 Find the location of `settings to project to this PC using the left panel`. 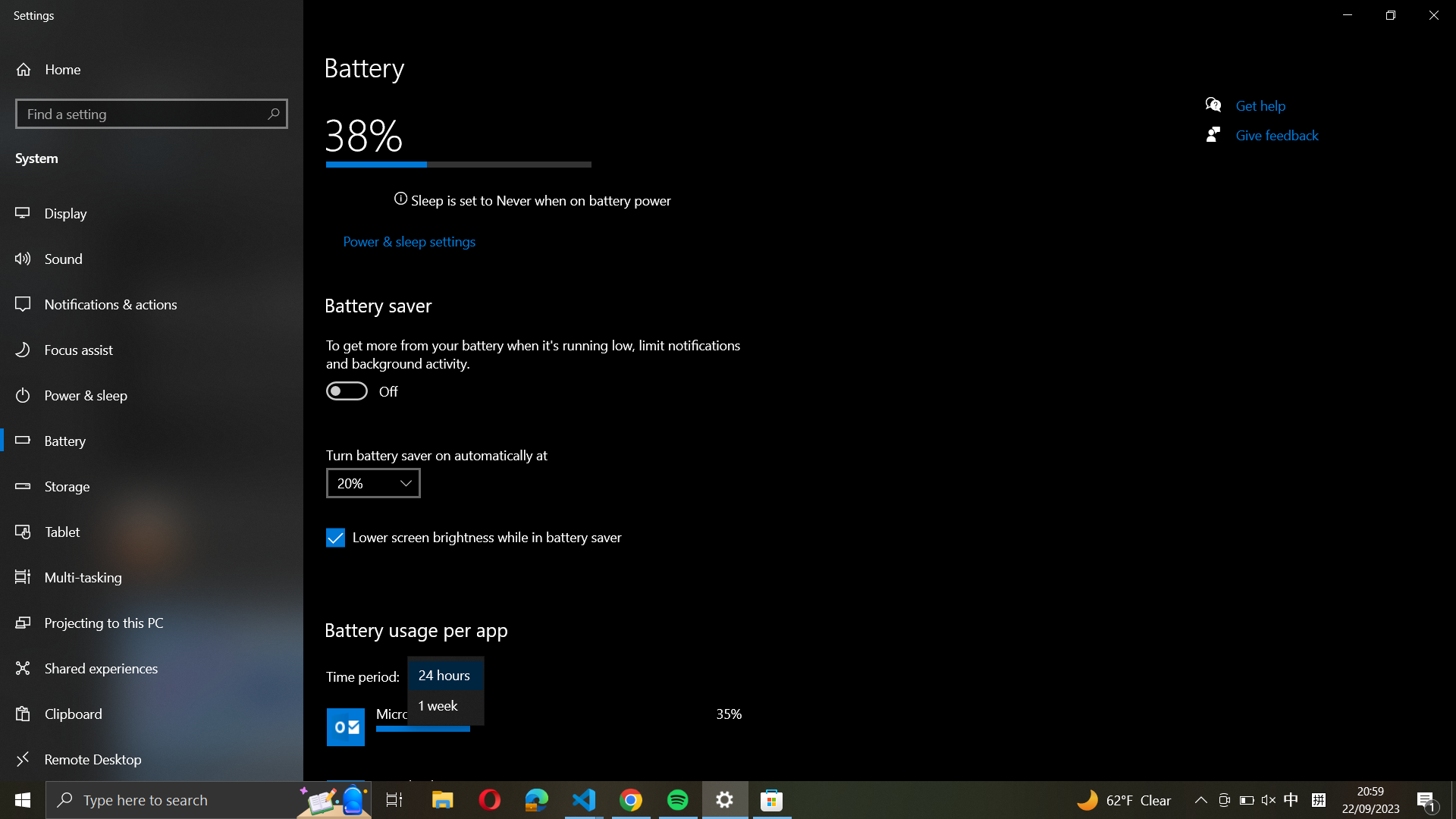

settings to project to this PC using the left panel is located at coordinates (152, 625).